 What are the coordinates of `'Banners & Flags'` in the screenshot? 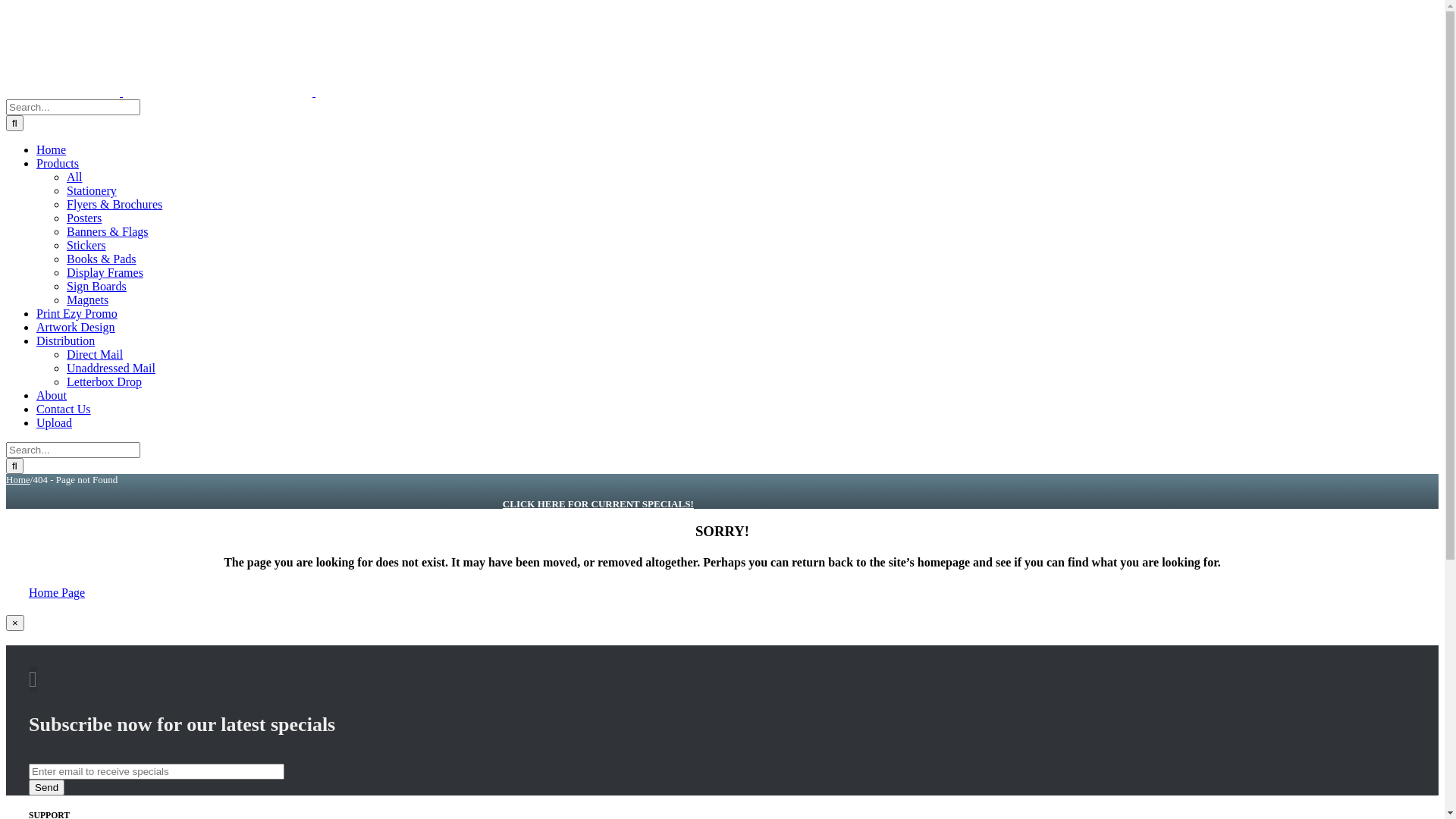 It's located at (107, 231).